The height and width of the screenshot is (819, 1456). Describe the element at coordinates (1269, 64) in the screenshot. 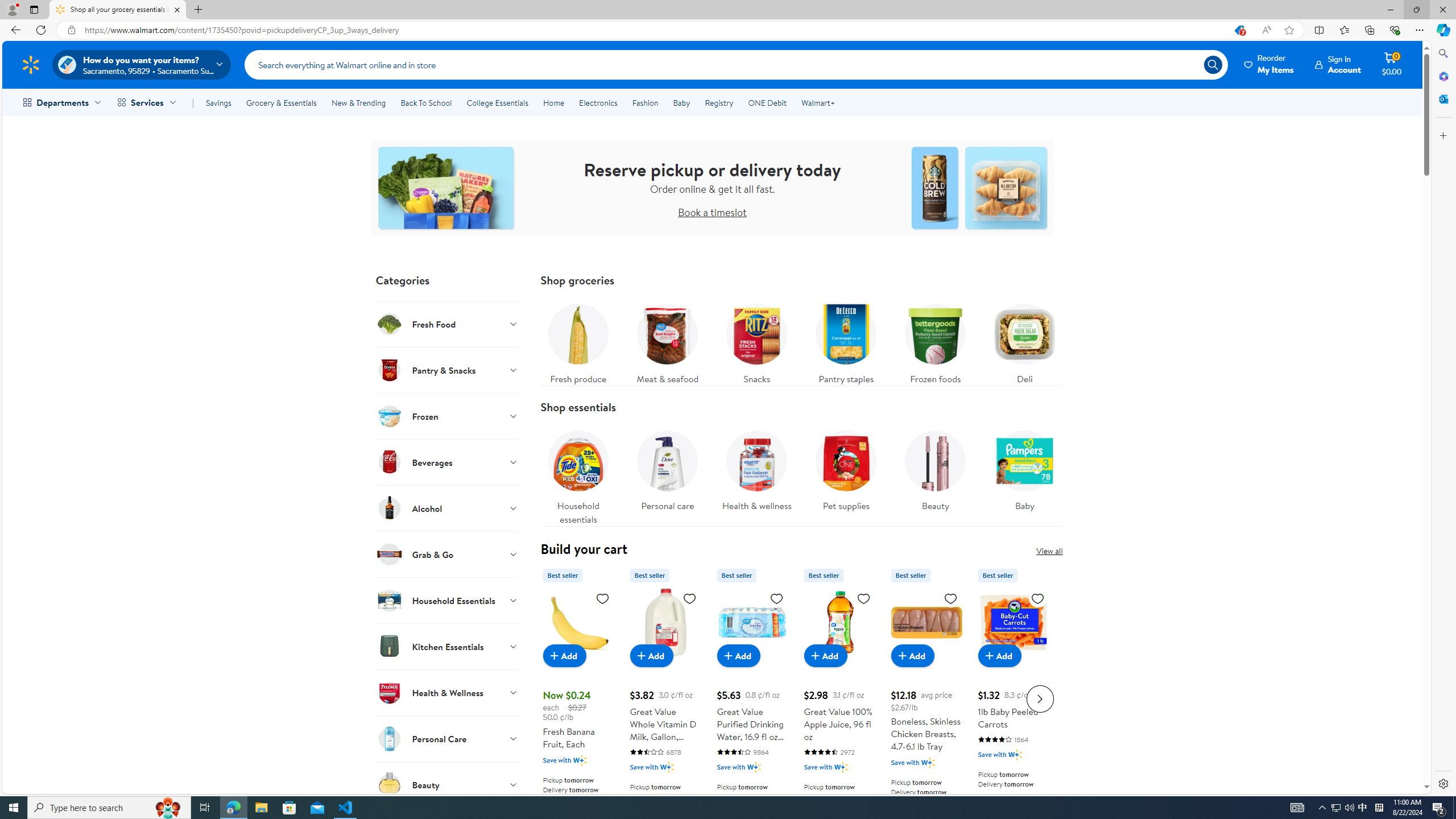

I see `'Reorder My Items'` at that location.